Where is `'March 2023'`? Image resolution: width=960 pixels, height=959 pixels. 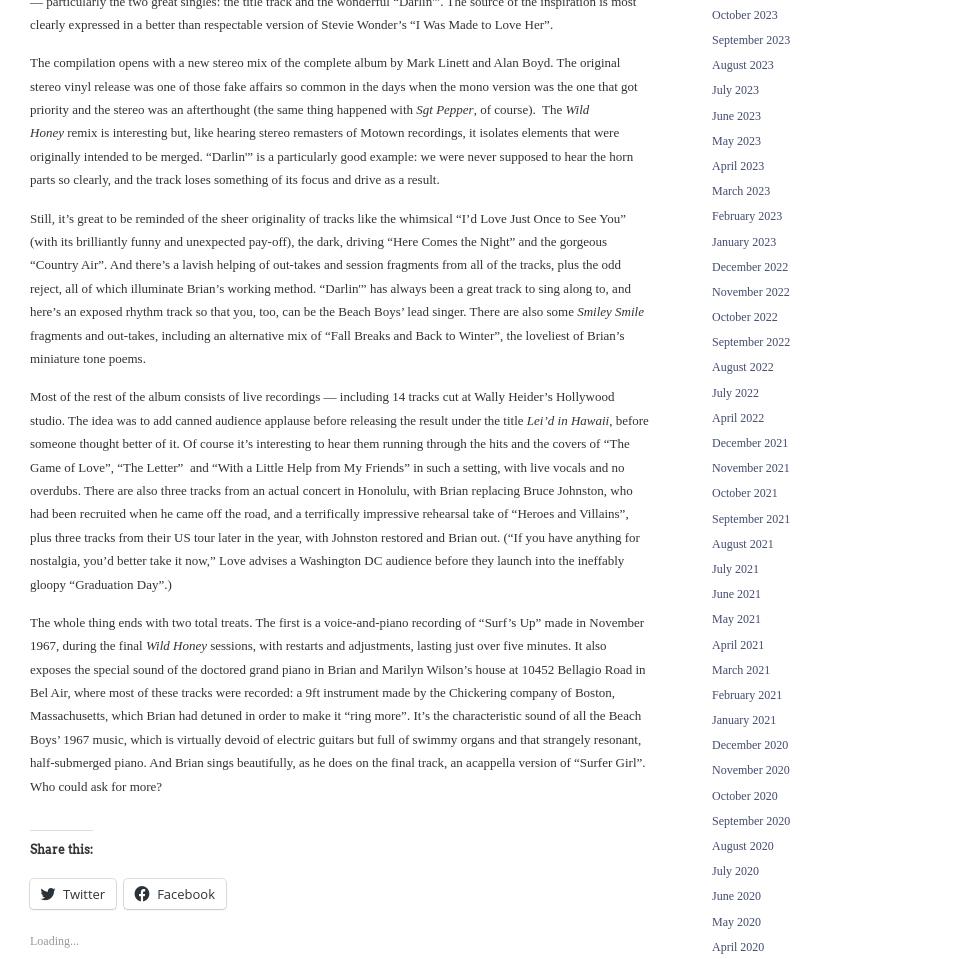 'March 2023' is located at coordinates (712, 190).